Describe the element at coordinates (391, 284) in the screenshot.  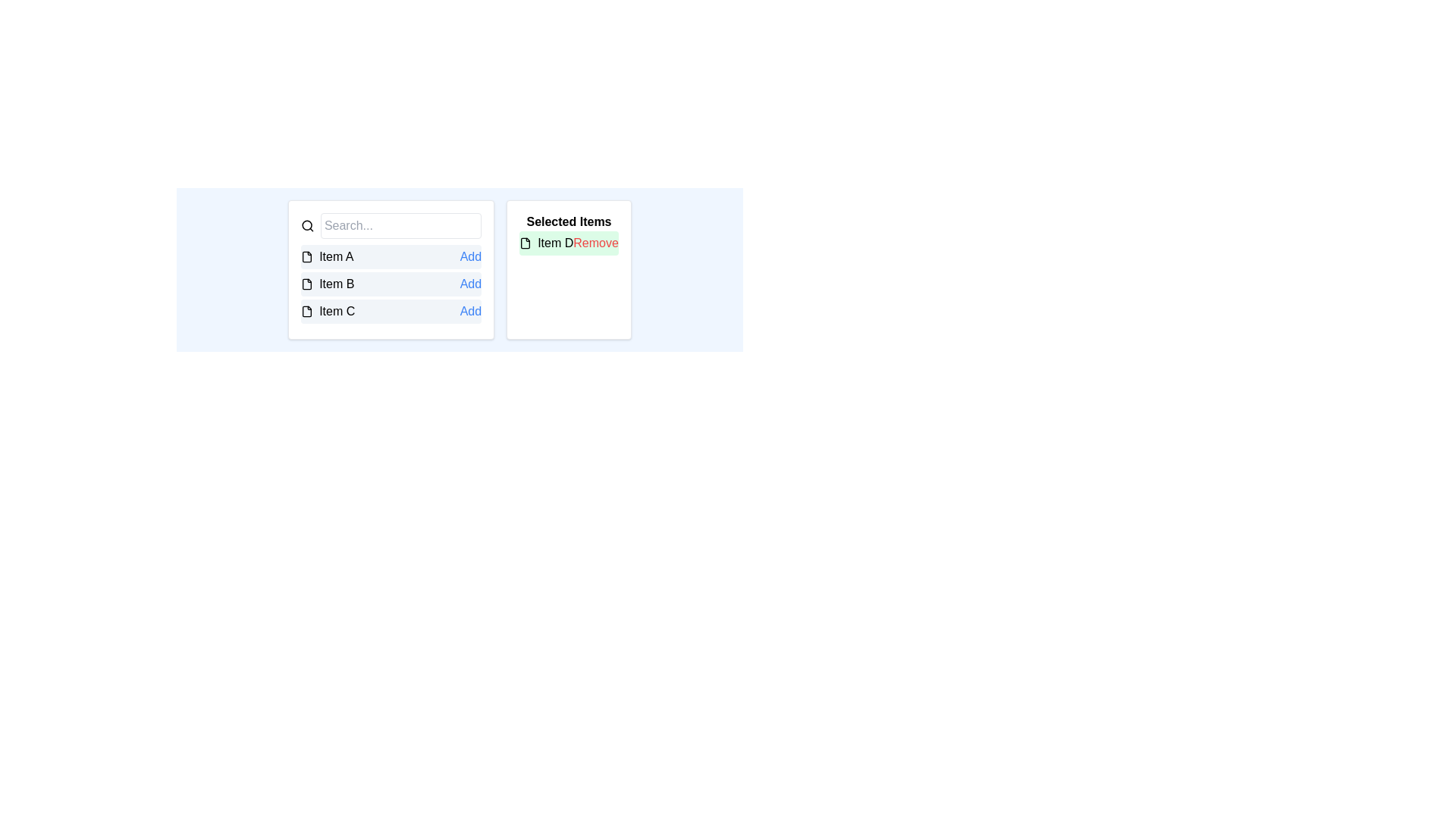
I see `the second item in the 'Available Items' list, labeled 'Item B'` at that location.